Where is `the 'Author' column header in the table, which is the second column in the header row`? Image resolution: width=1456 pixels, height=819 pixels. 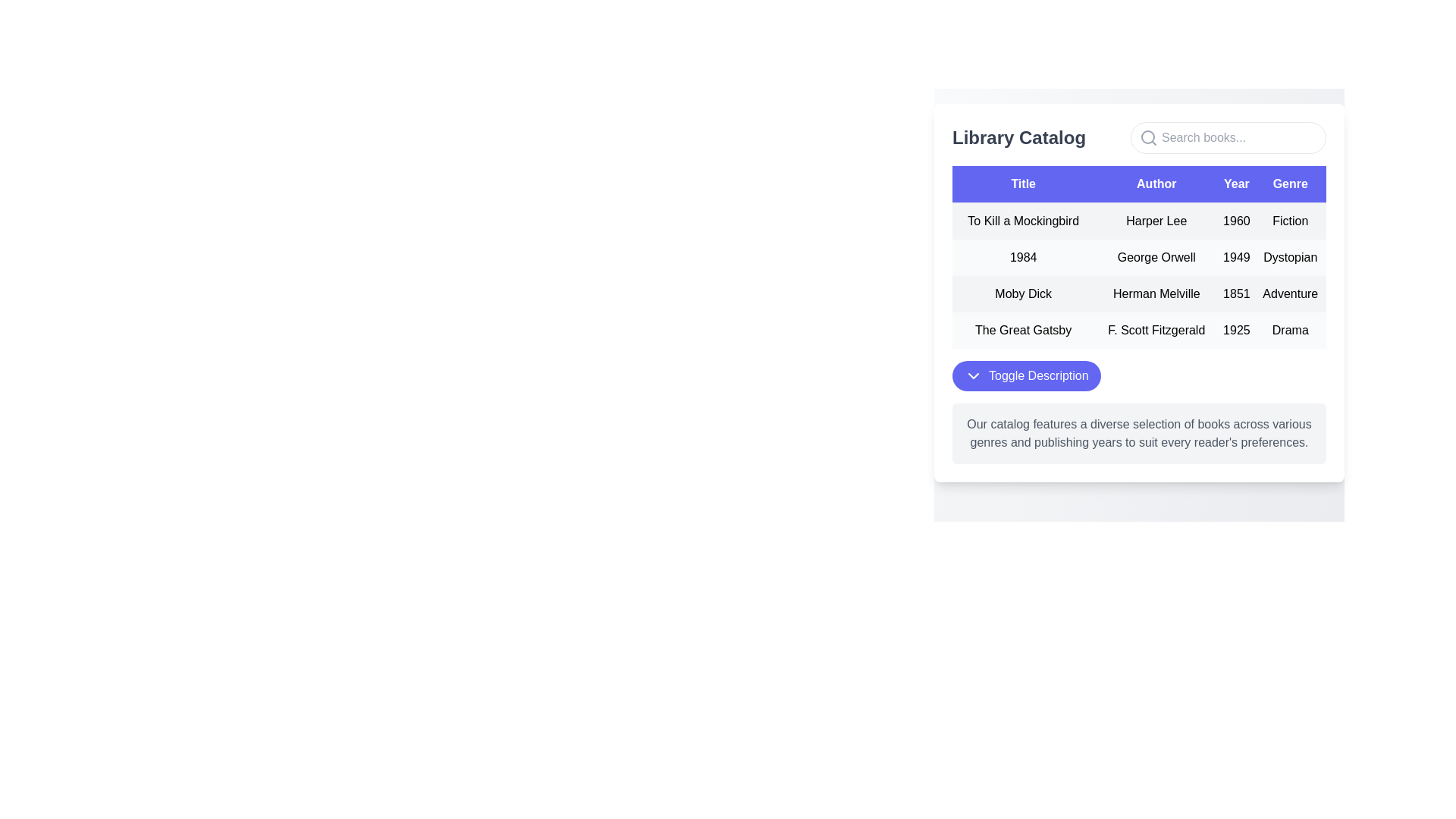
the 'Author' column header in the table, which is the second column in the header row is located at coordinates (1156, 184).